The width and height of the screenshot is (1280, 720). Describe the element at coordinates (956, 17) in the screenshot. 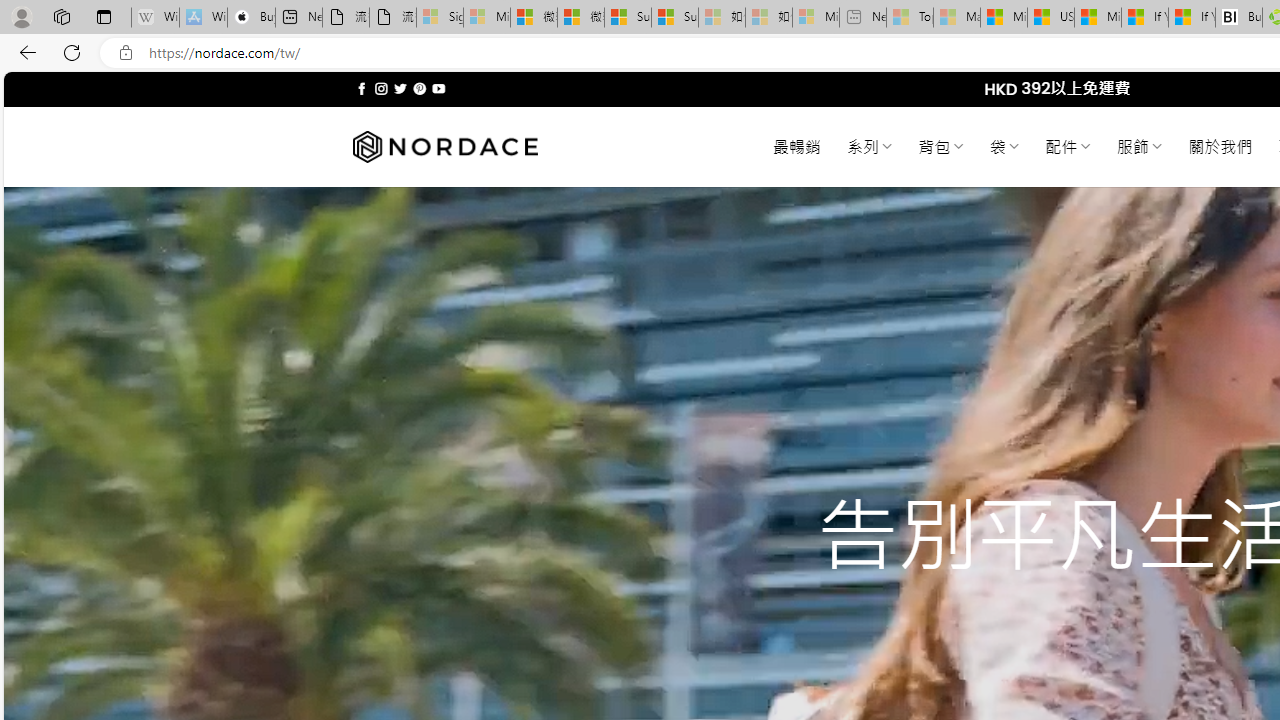

I see `'Marine life - MSN - Sleeping'` at that location.